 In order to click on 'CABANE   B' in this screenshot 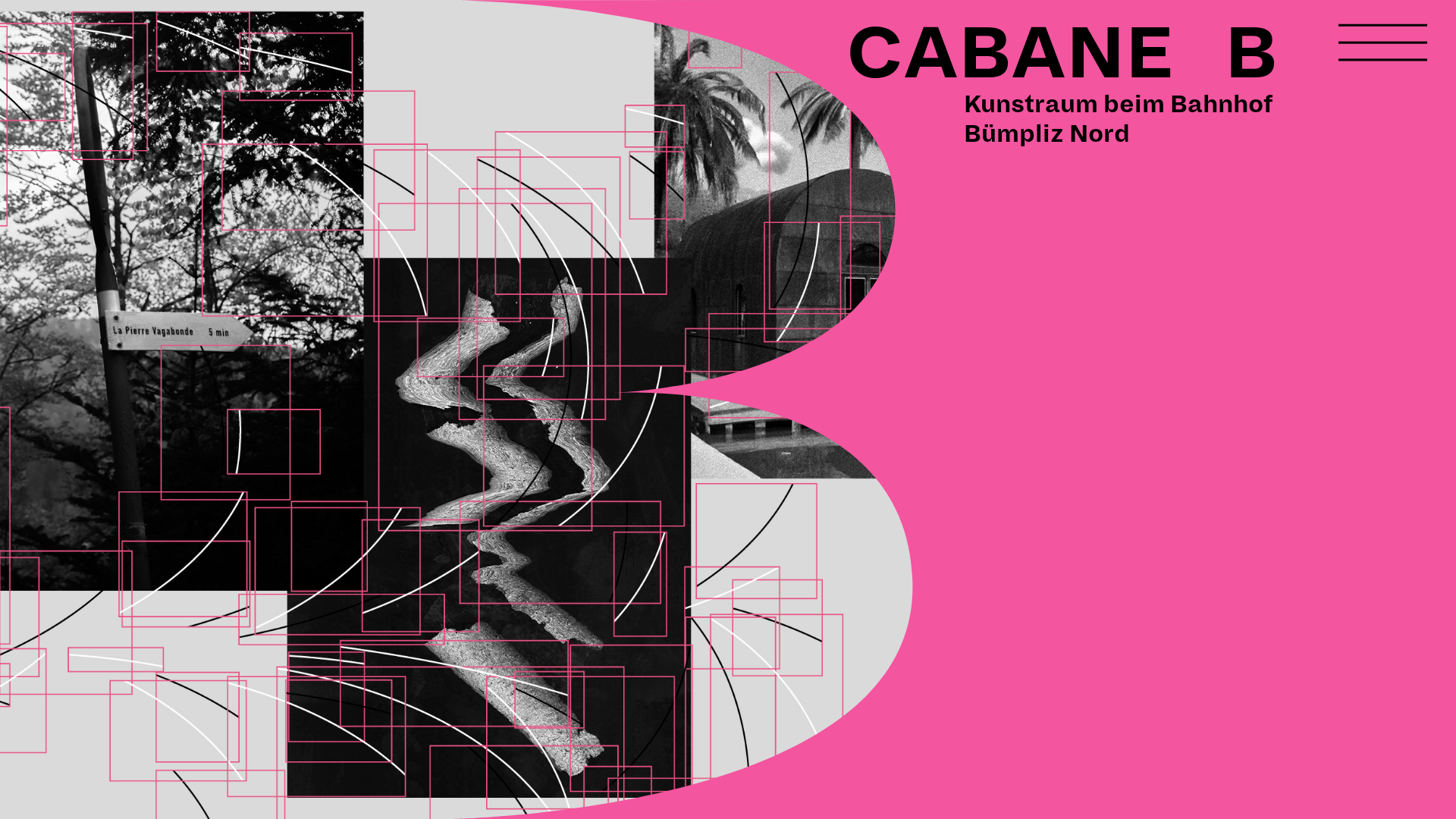, I will do `click(1061, 53)`.